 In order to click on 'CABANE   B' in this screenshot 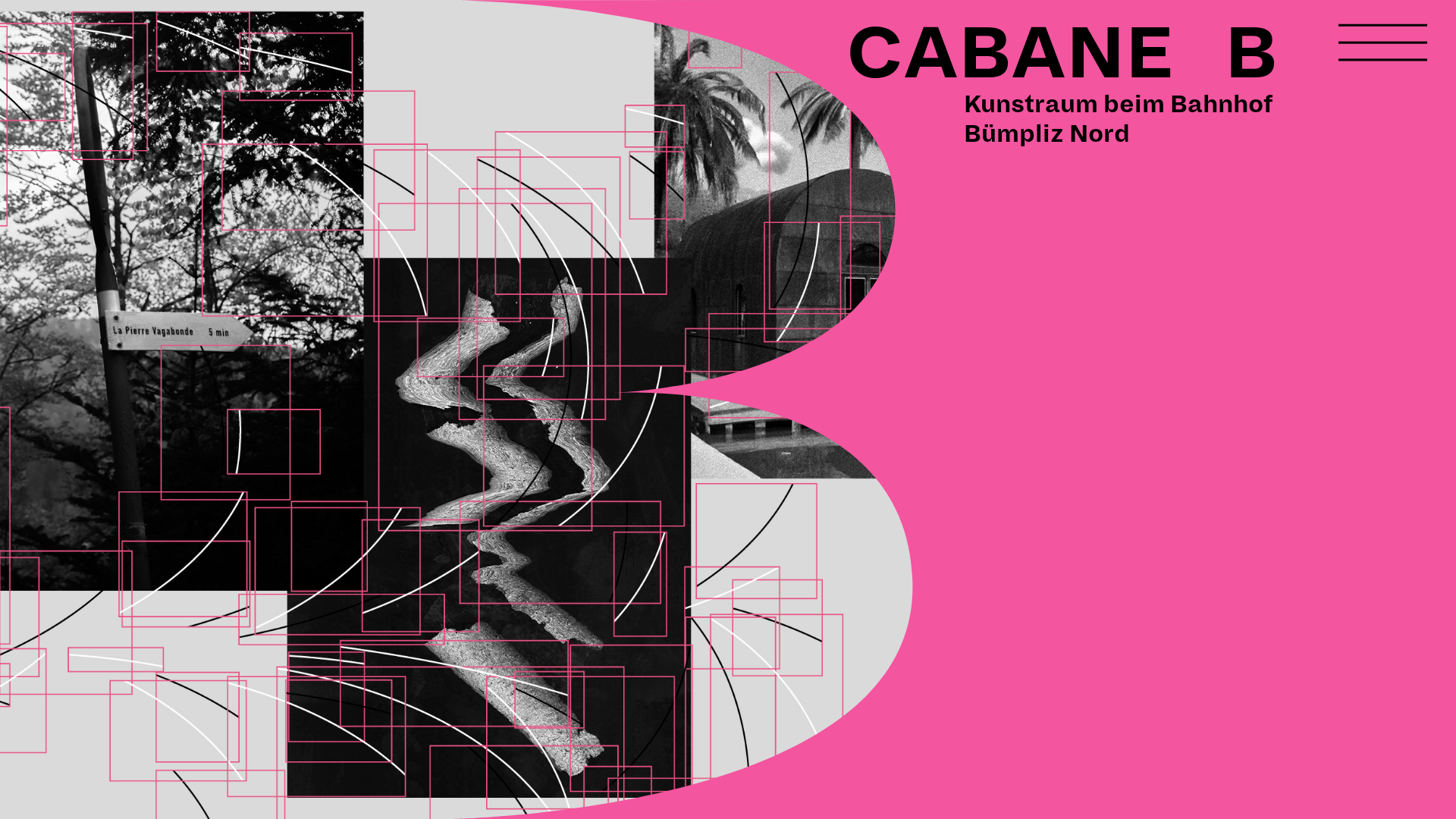, I will do `click(1061, 53)`.